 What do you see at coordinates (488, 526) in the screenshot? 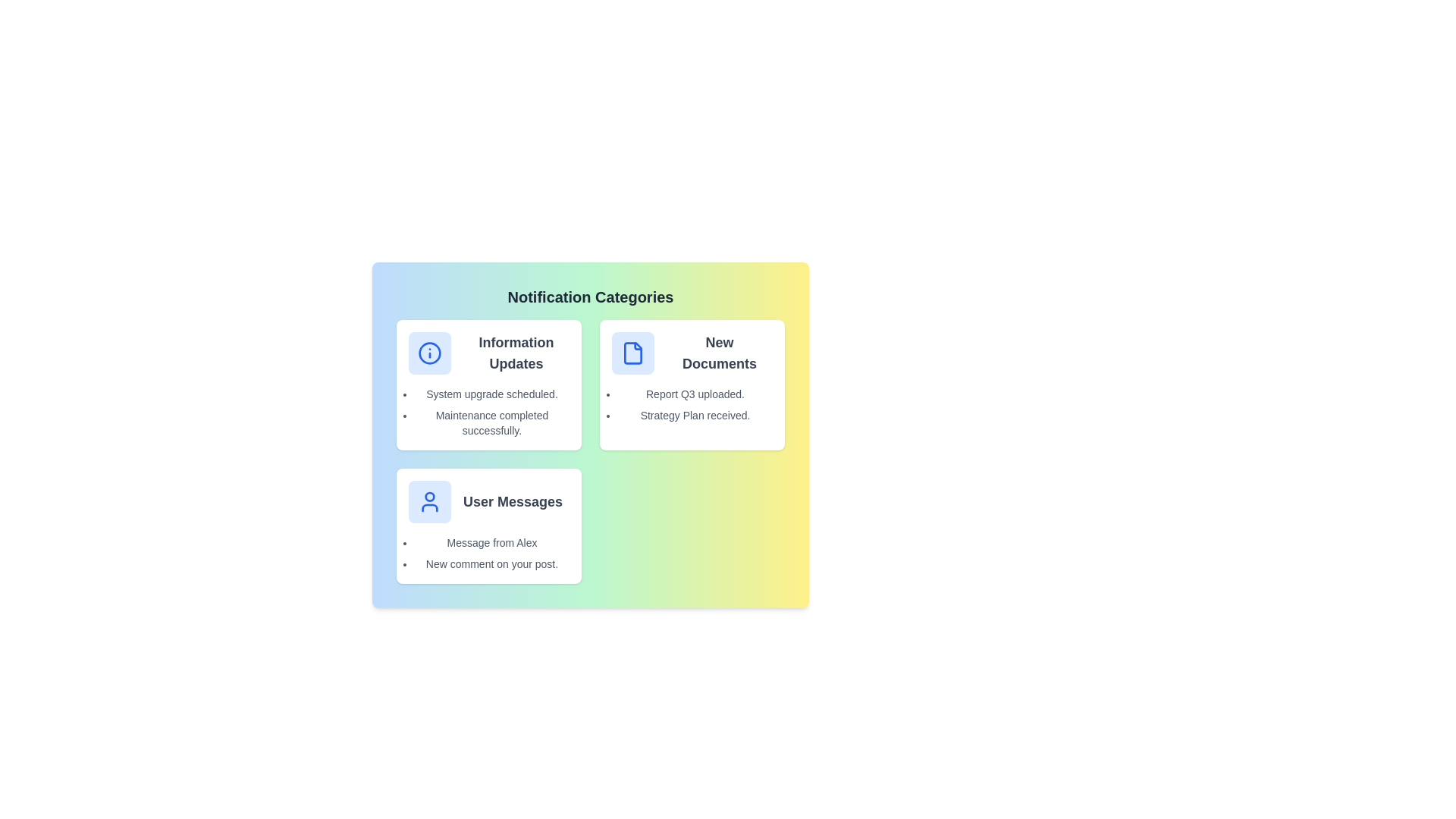
I see `the category card for User Messages to select it` at bounding box center [488, 526].